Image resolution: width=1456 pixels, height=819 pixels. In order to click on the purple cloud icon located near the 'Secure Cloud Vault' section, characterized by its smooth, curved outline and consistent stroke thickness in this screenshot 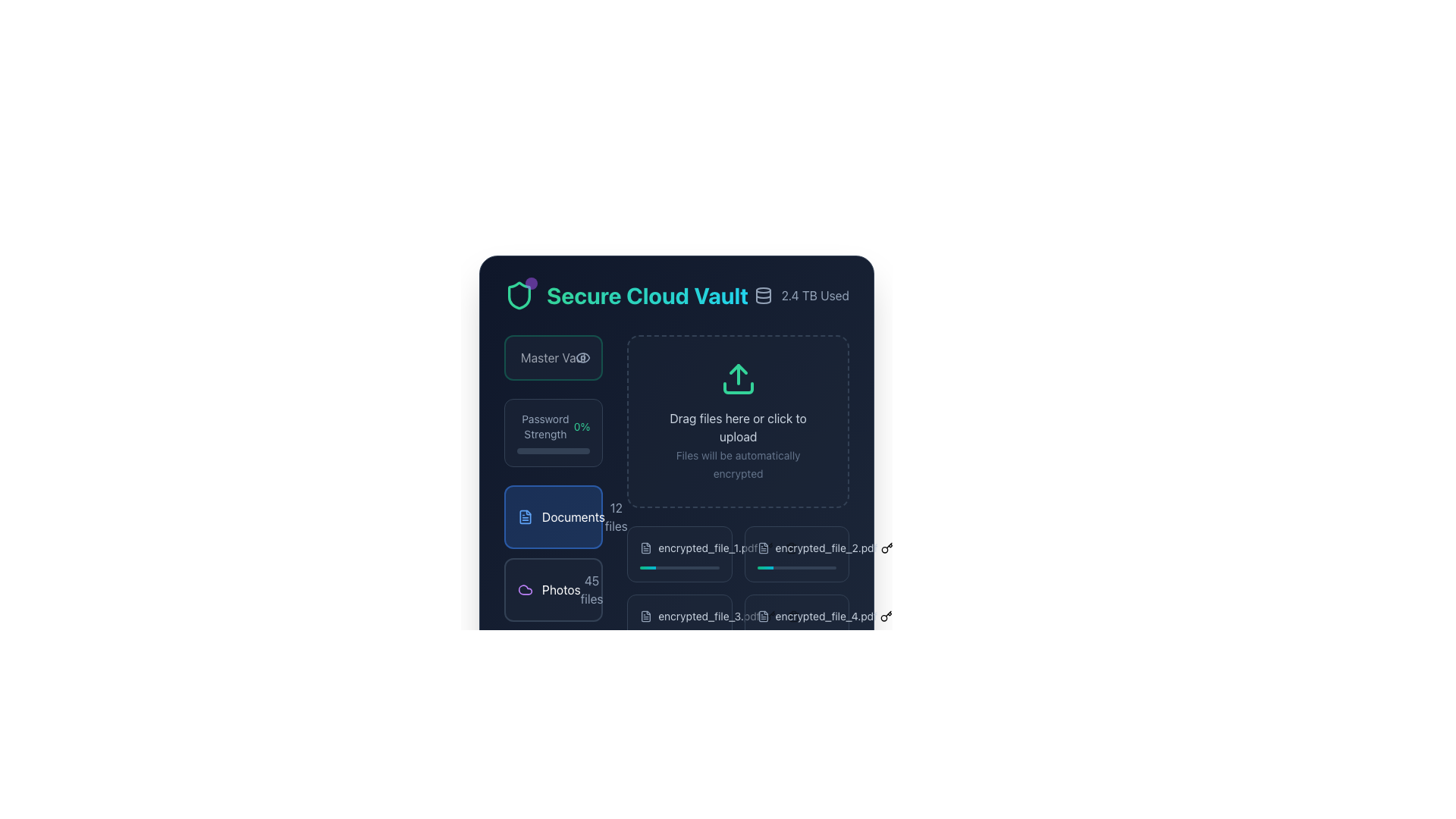, I will do `click(525, 589)`.